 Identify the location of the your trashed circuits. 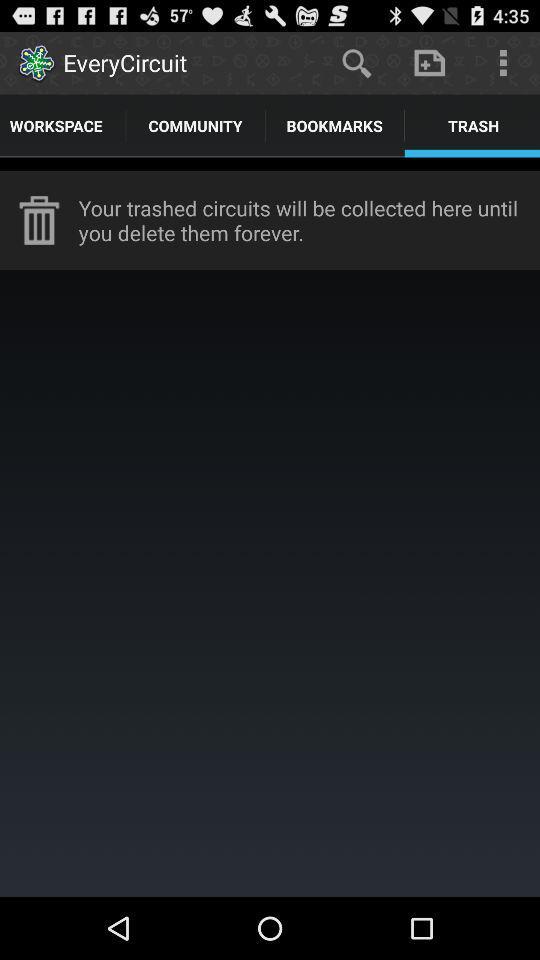
(309, 220).